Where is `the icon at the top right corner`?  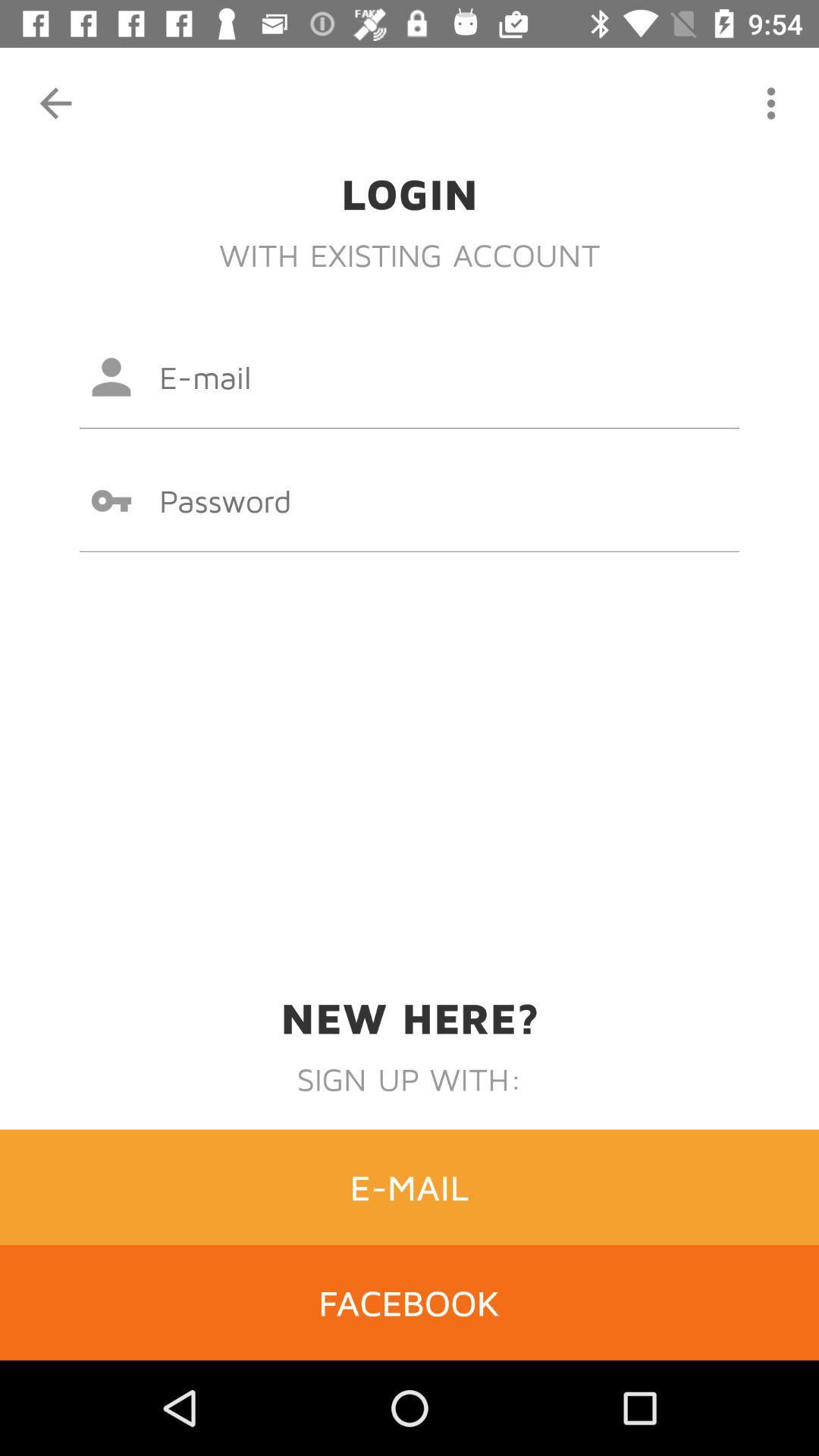 the icon at the top right corner is located at coordinates (771, 102).